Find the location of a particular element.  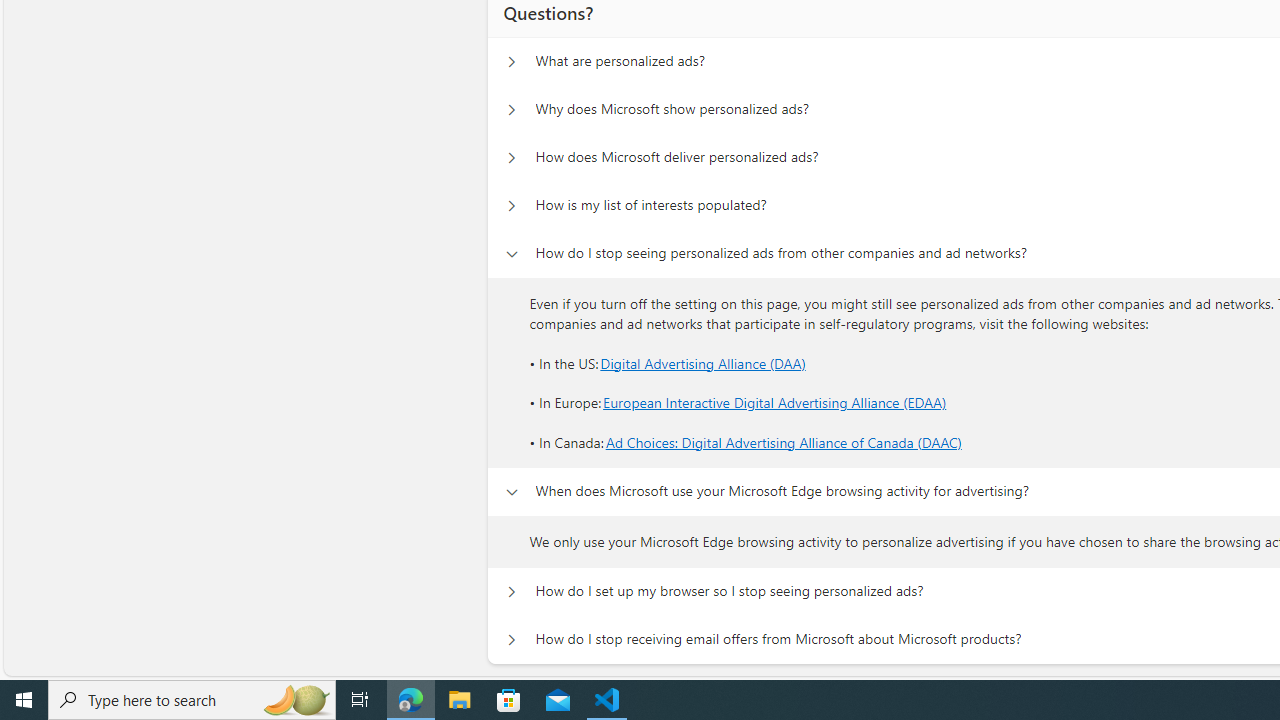

'European Interactive Digital Advertising Alliance (EDAA)' is located at coordinates (774, 403).